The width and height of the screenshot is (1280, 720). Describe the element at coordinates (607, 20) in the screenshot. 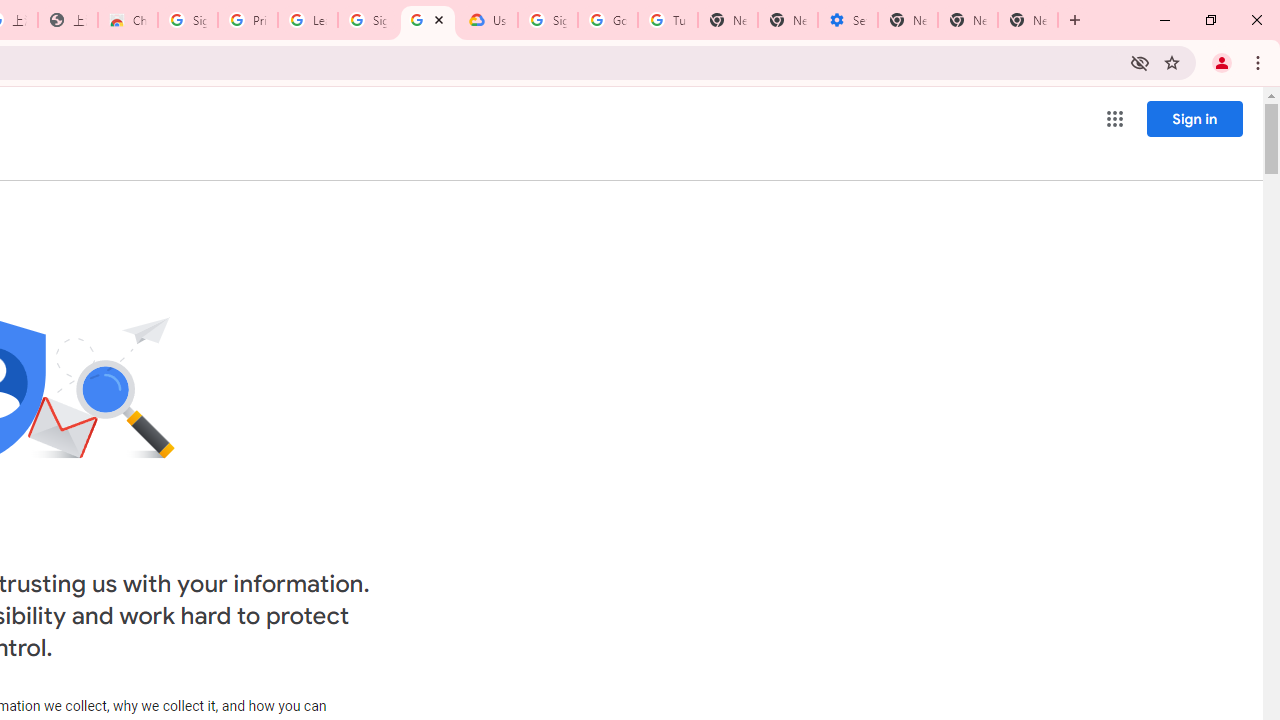

I see `'Google Account Help'` at that location.